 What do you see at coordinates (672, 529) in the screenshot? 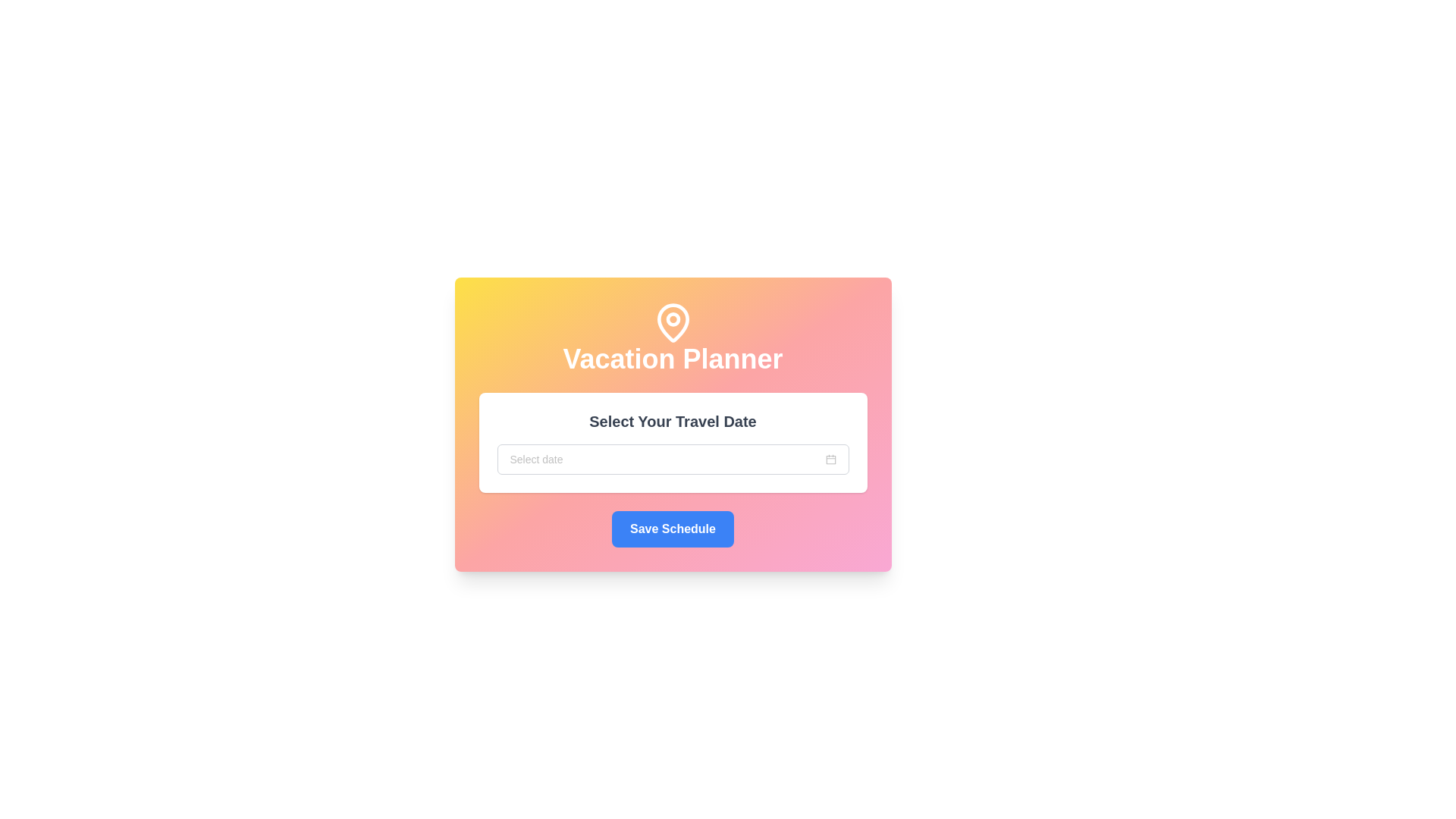
I see `the 'Save Schedule' button using keyboard navigation to focus on it` at bounding box center [672, 529].